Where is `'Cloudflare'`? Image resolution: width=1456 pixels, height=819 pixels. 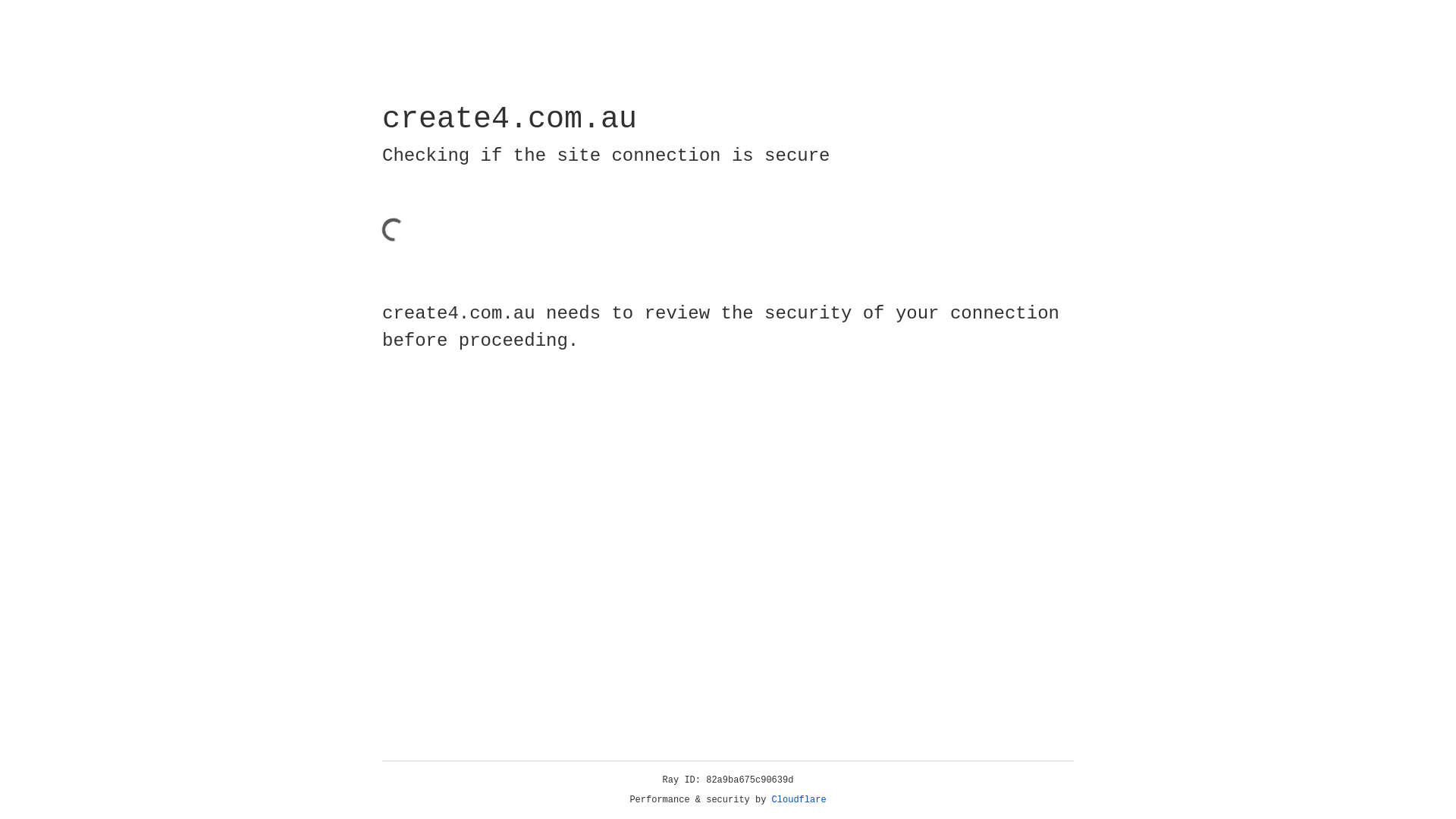 'Cloudflare' is located at coordinates (771, 799).